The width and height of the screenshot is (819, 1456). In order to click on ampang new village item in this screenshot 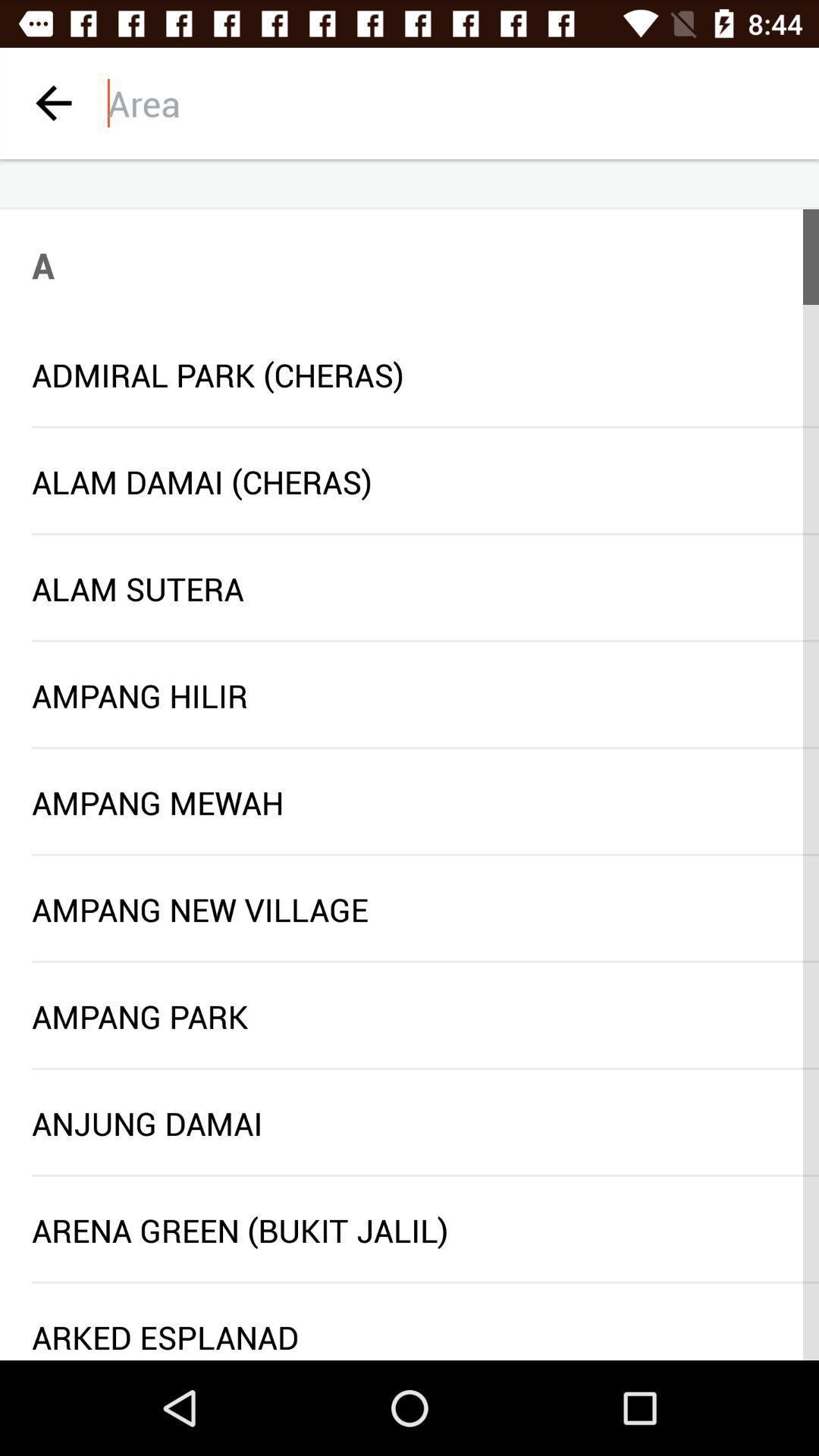, I will do `click(409, 909)`.